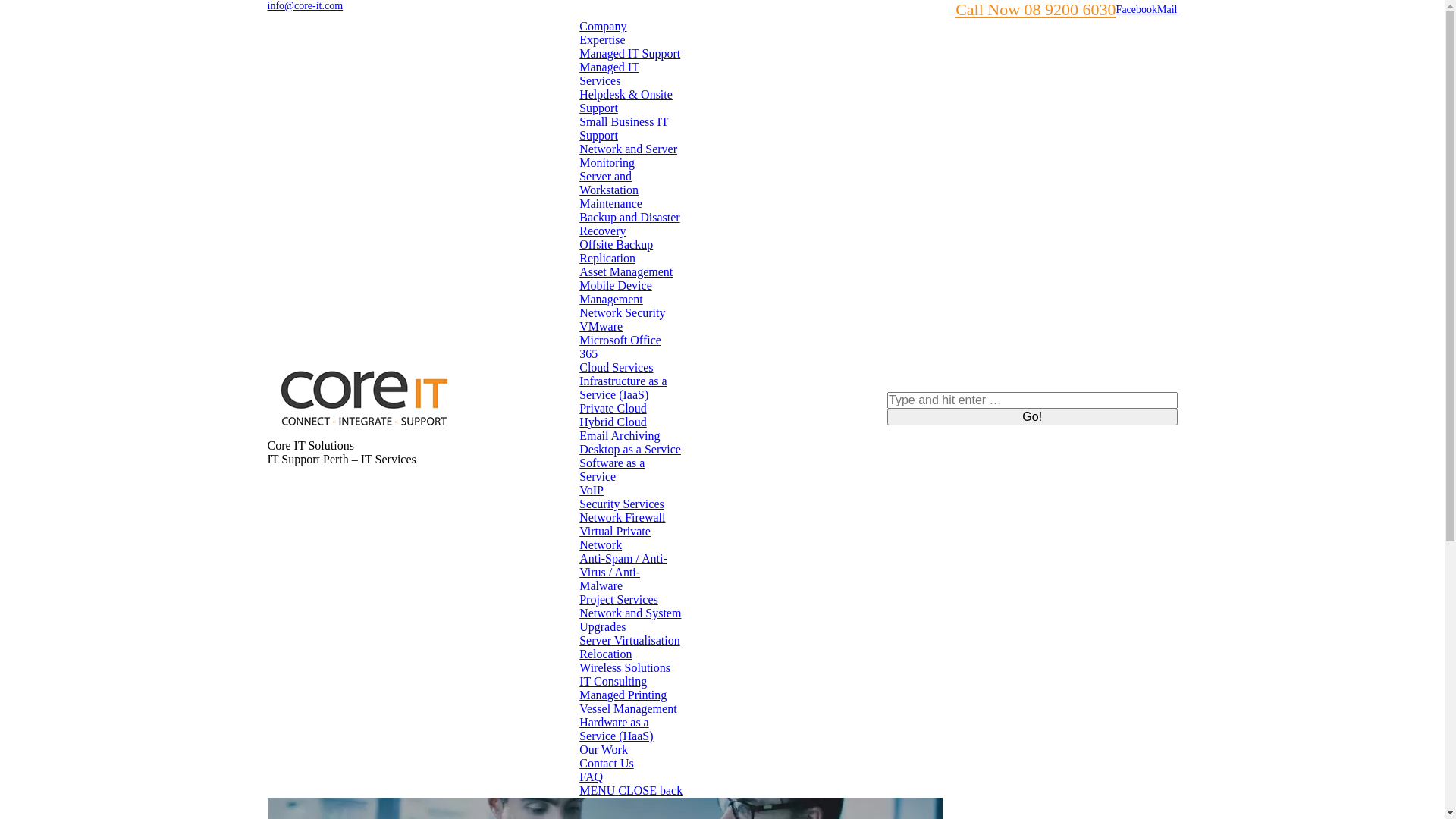 The width and height of the screenshot is (1456, 819). Describe the element at coordinates (578, 347) in the screenshot. I see `'Microsoft Office 365'` at that location.